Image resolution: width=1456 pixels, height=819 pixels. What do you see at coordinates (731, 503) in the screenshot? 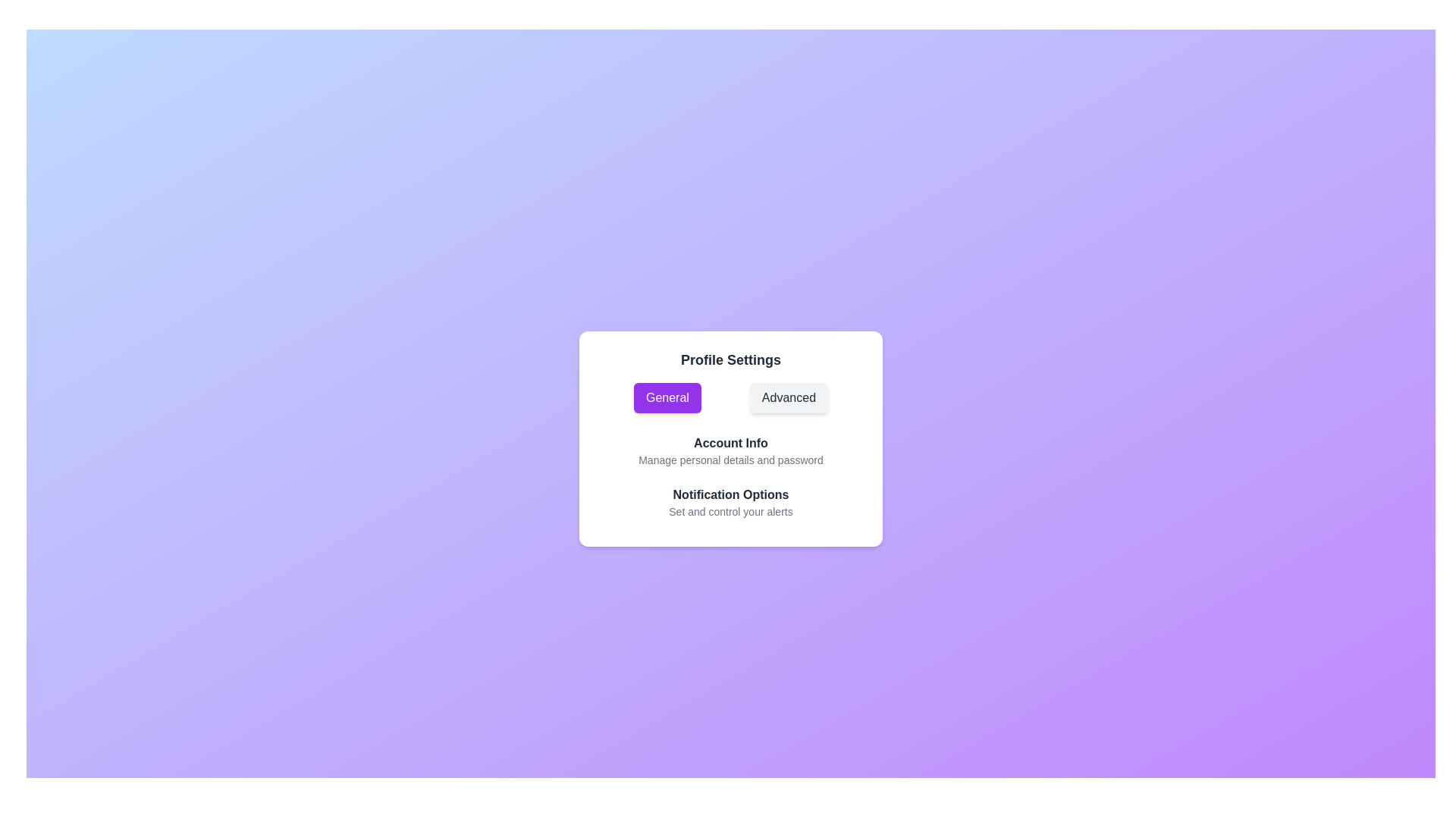
I see `the Notification Options to observe the hover effect` at bounding box center [731, 503].